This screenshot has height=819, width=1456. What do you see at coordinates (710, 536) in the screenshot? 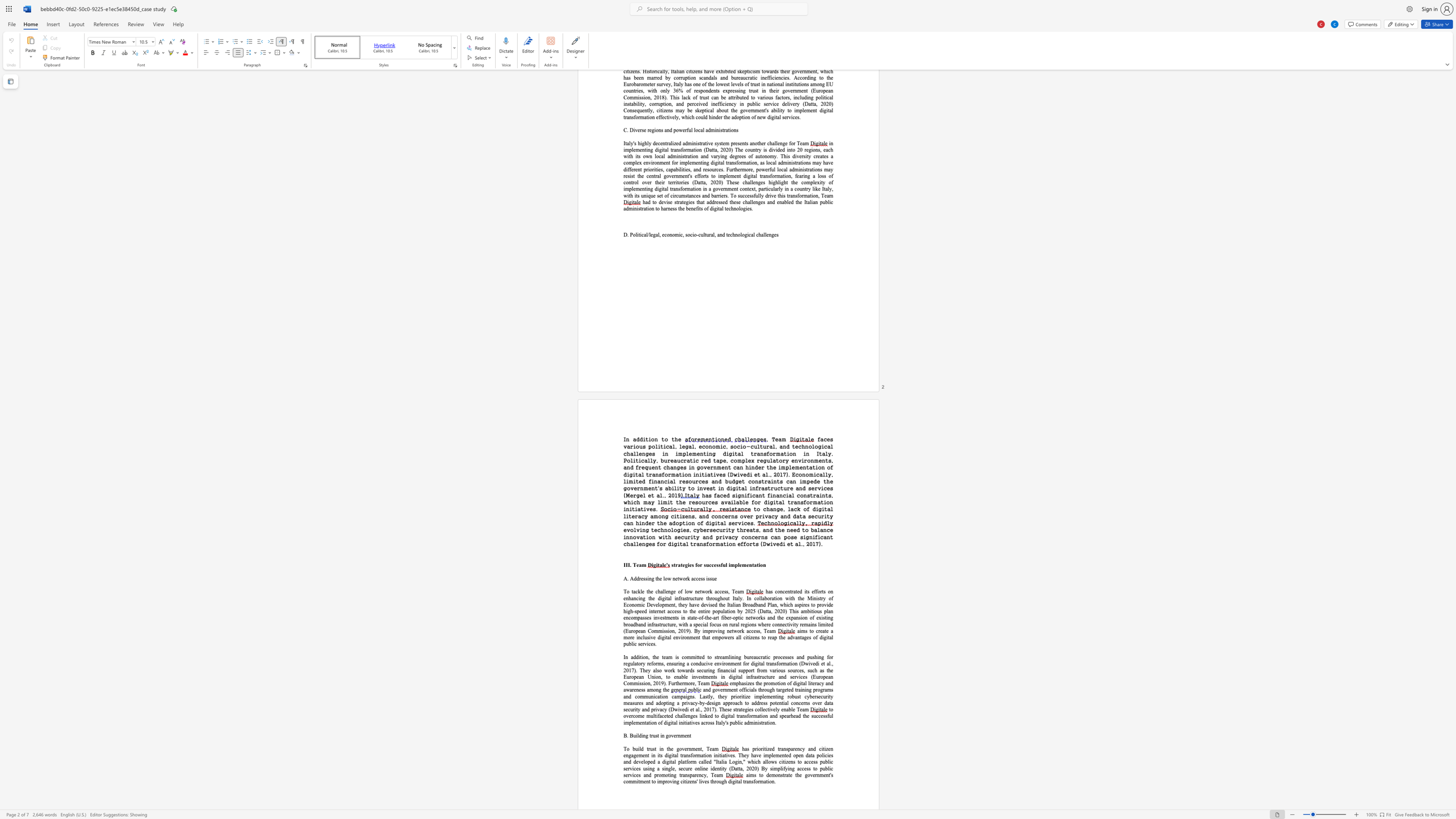
I see `the 3th character "d" in the text` at bounding box center [710, 536].